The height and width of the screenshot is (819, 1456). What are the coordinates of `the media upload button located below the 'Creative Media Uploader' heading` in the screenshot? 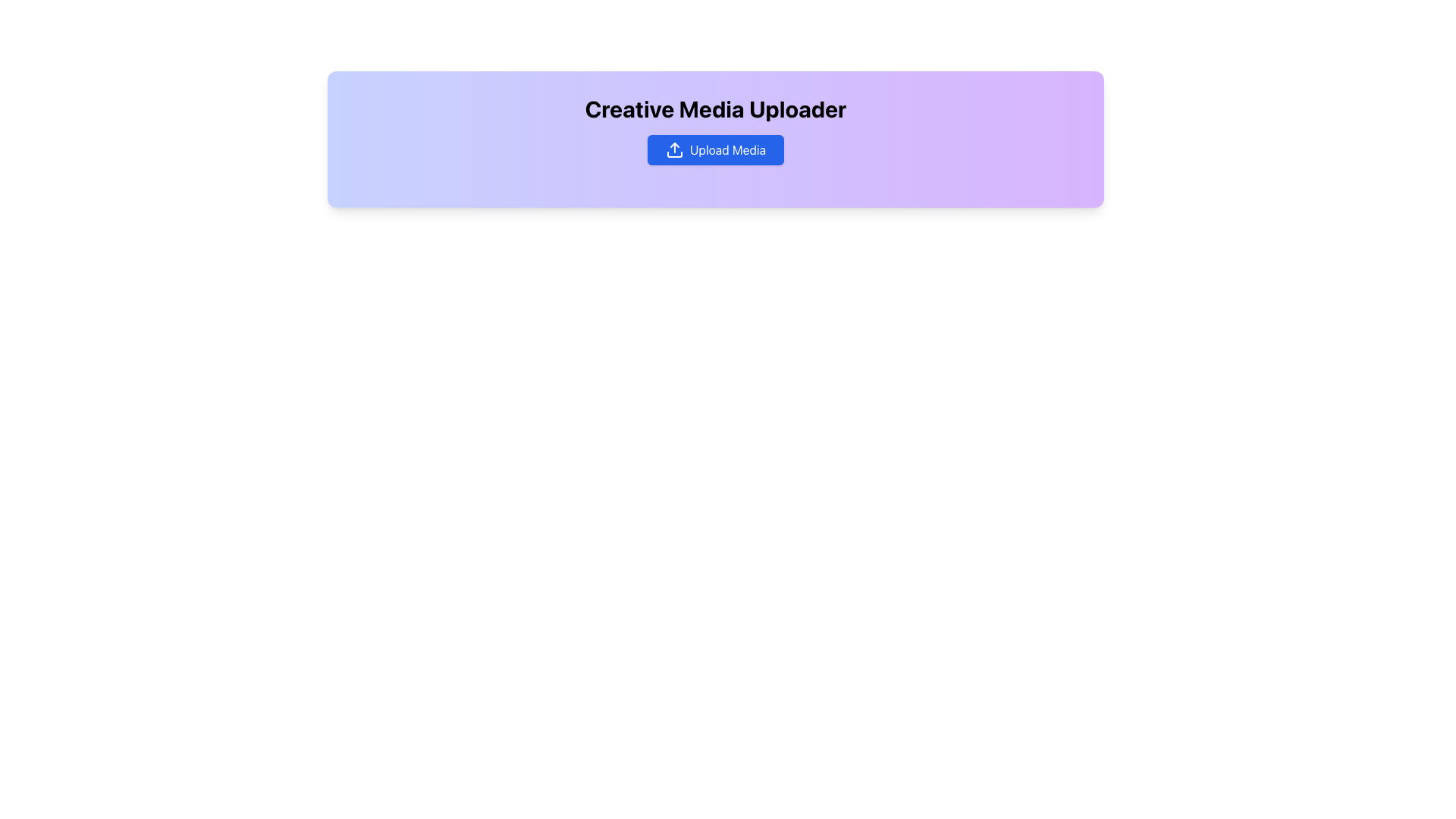 It's located at (715, 149).